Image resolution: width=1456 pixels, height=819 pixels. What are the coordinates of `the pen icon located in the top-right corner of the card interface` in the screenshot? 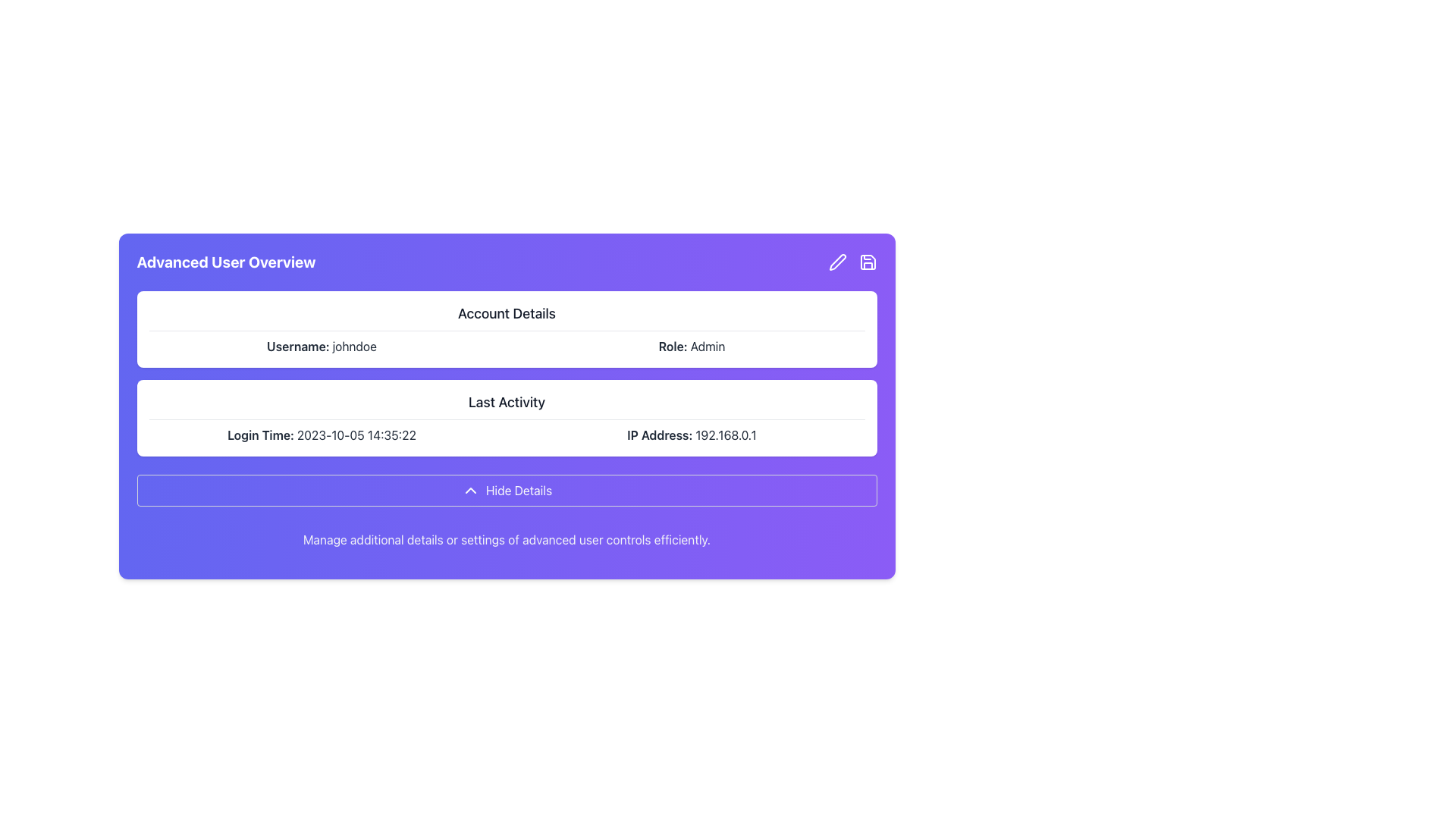 It's located at (836, 262).